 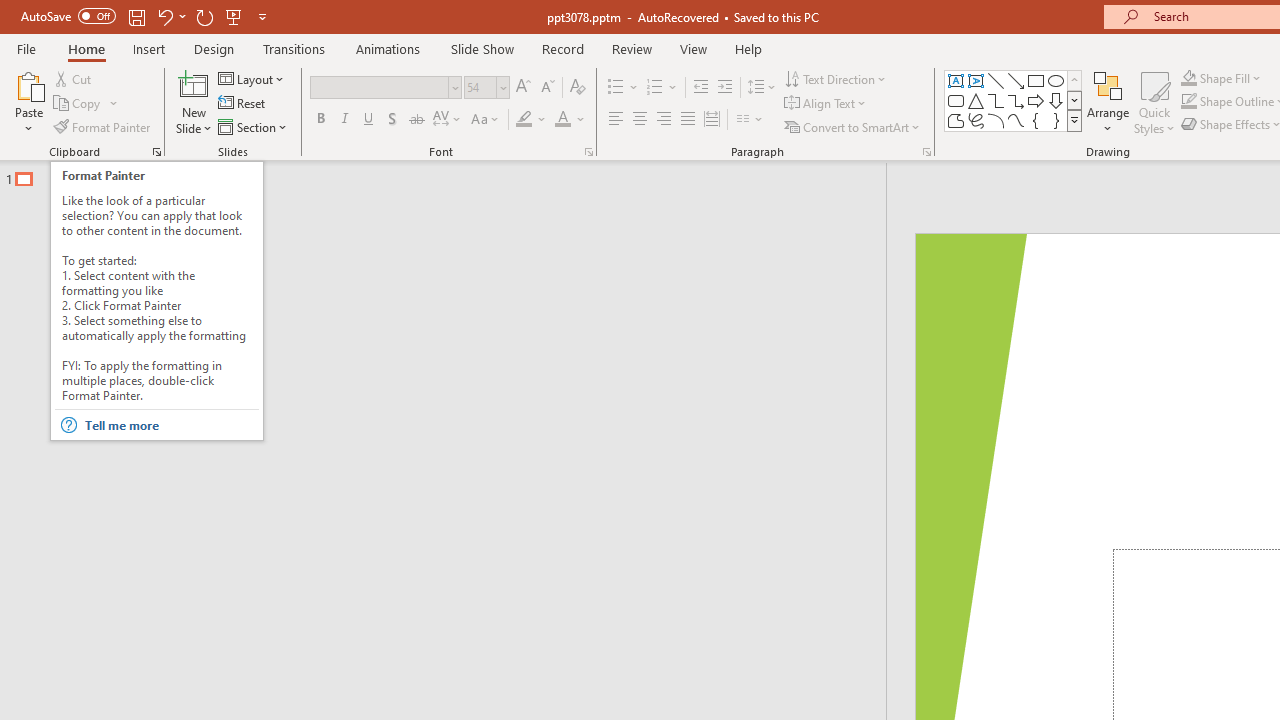 I want to click on 'Tell me more', so click(x=170, y=424).